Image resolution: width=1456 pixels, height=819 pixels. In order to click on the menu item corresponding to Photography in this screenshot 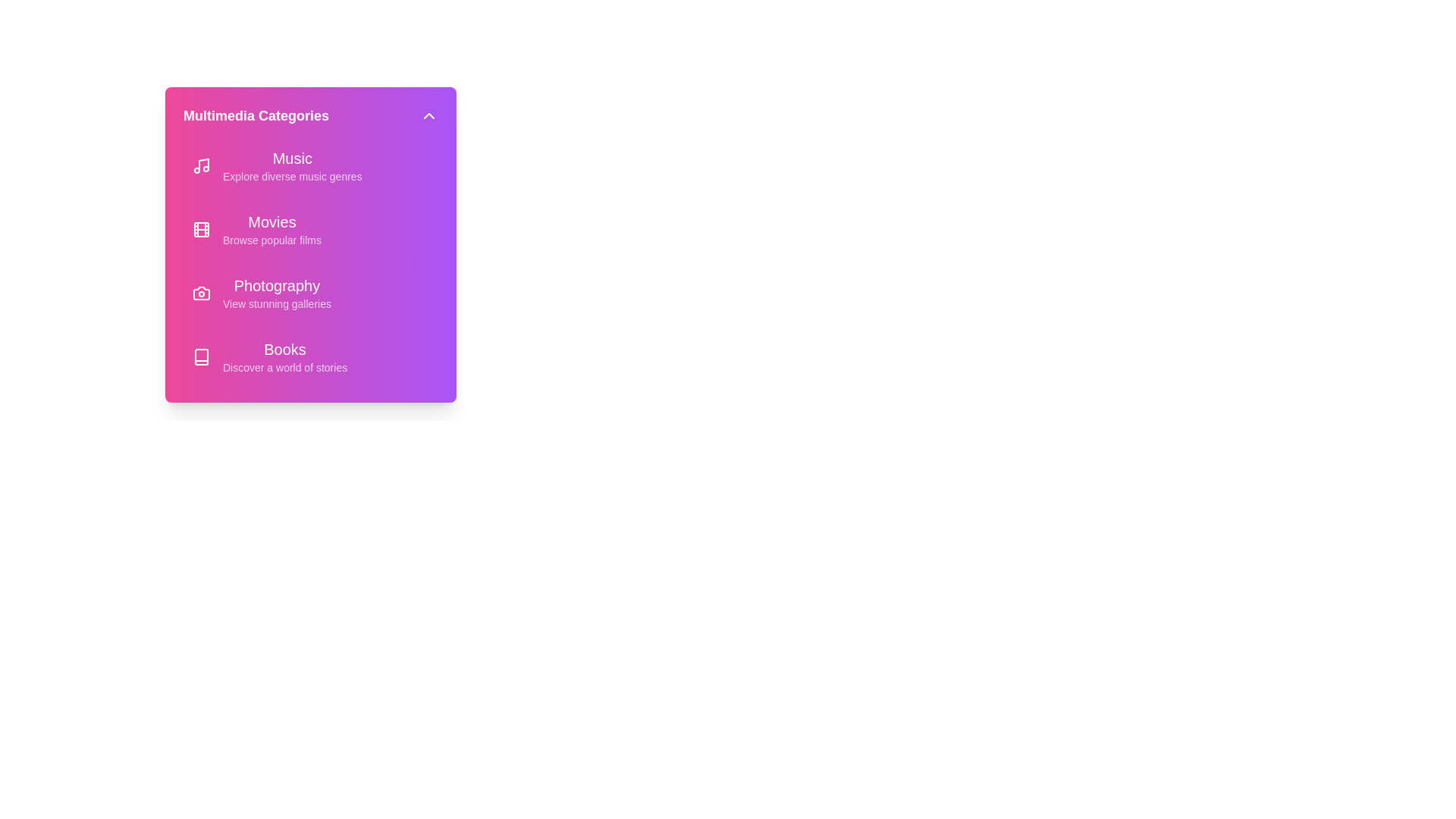, I will do `click(309, 293)`.